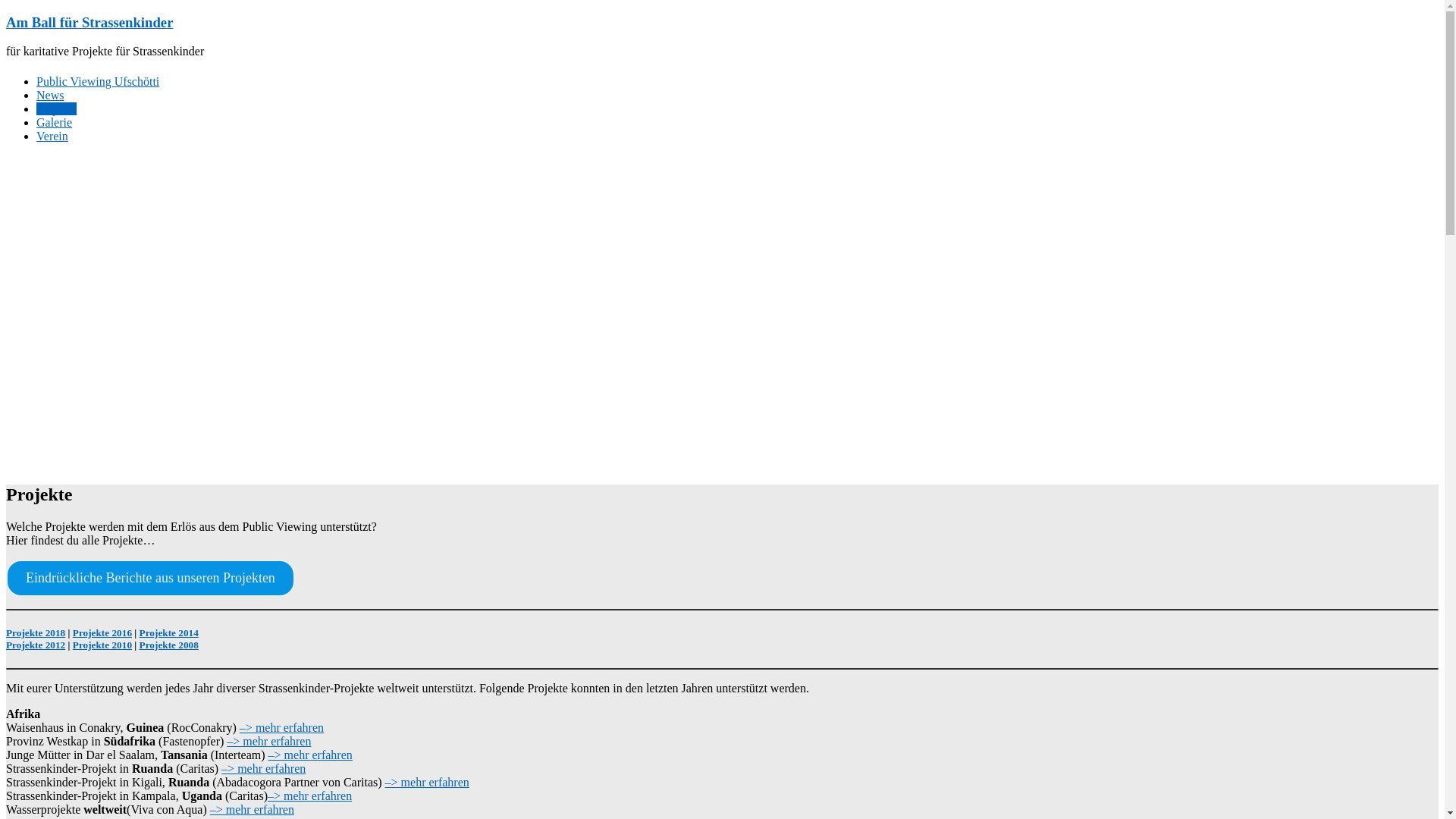 The image size is (1456, 819). What do you see at coordinates (54, 121) in the screenshot?
I see `'Galerie'` at bounding box center [54, 121].